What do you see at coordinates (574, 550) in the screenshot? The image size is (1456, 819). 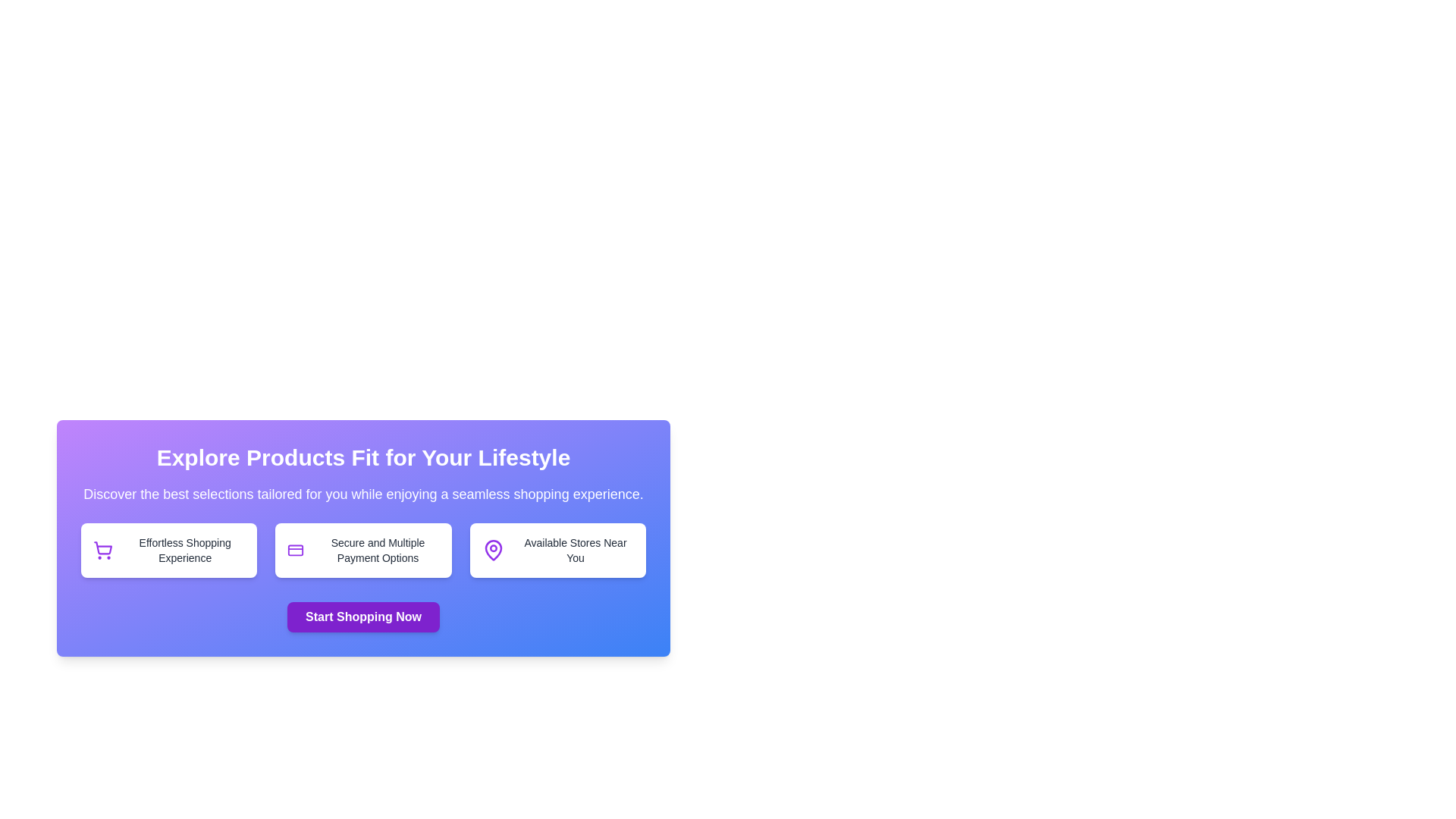 I see `the text label displaying 'Available Stores Near You', which is centrally aligned within a rounded rectangular card and located under the purple location pin icon` at bounding box center [574, 550].